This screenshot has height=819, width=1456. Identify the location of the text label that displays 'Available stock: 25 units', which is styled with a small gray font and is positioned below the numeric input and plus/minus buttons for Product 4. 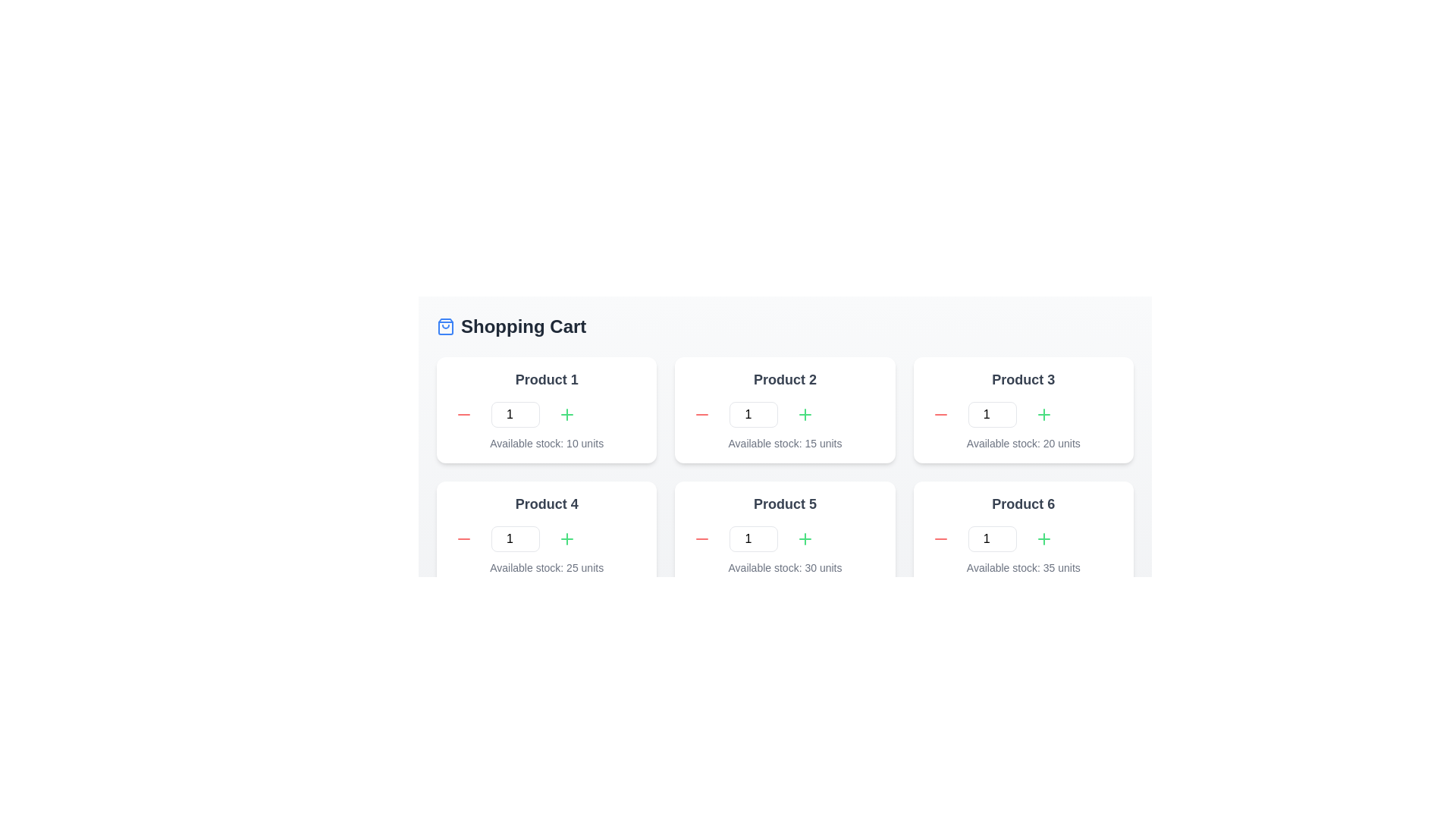
(546, 567).